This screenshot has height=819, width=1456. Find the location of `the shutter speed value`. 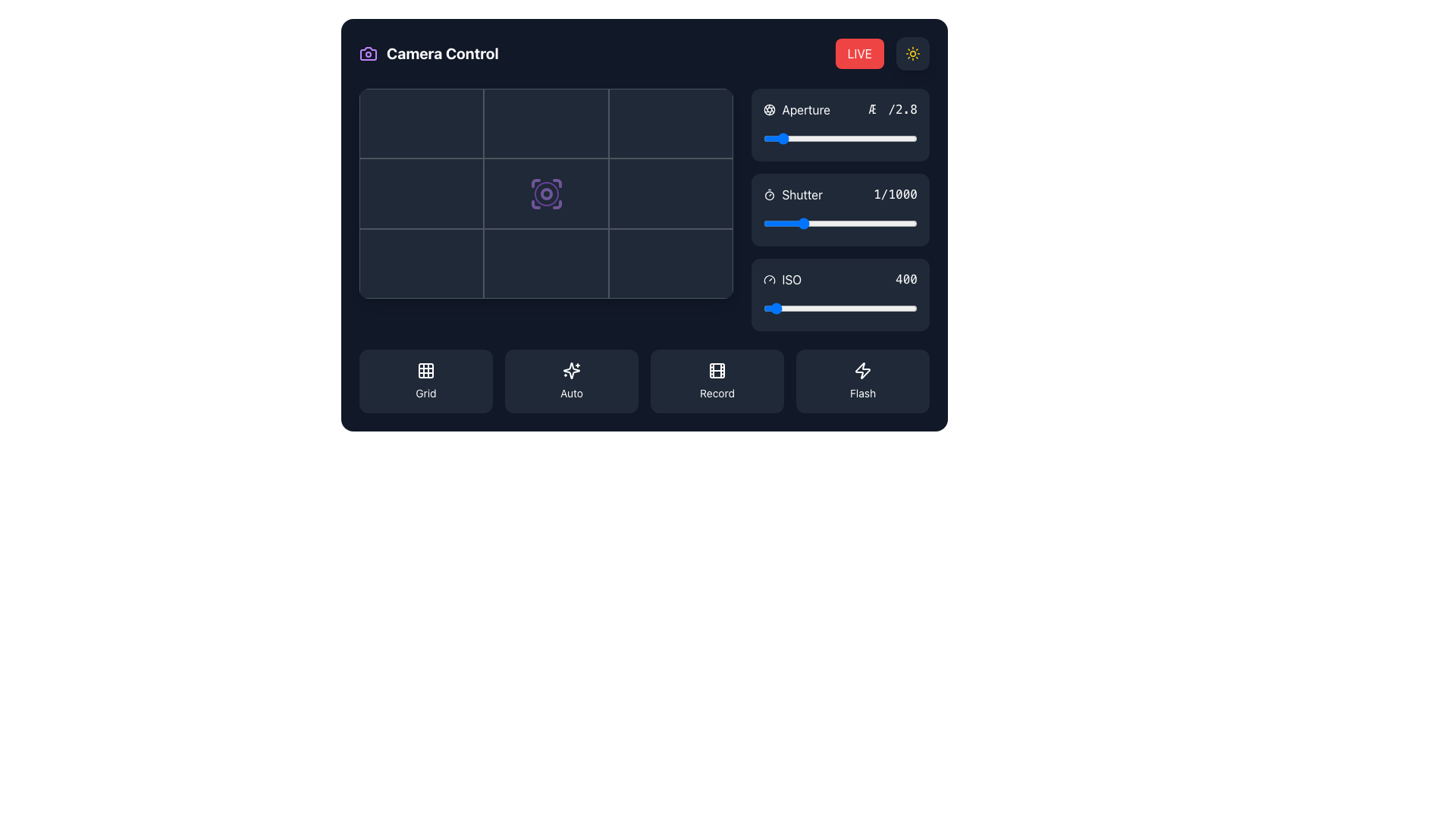

the shutter speed value is located at coordinates (845, 223).